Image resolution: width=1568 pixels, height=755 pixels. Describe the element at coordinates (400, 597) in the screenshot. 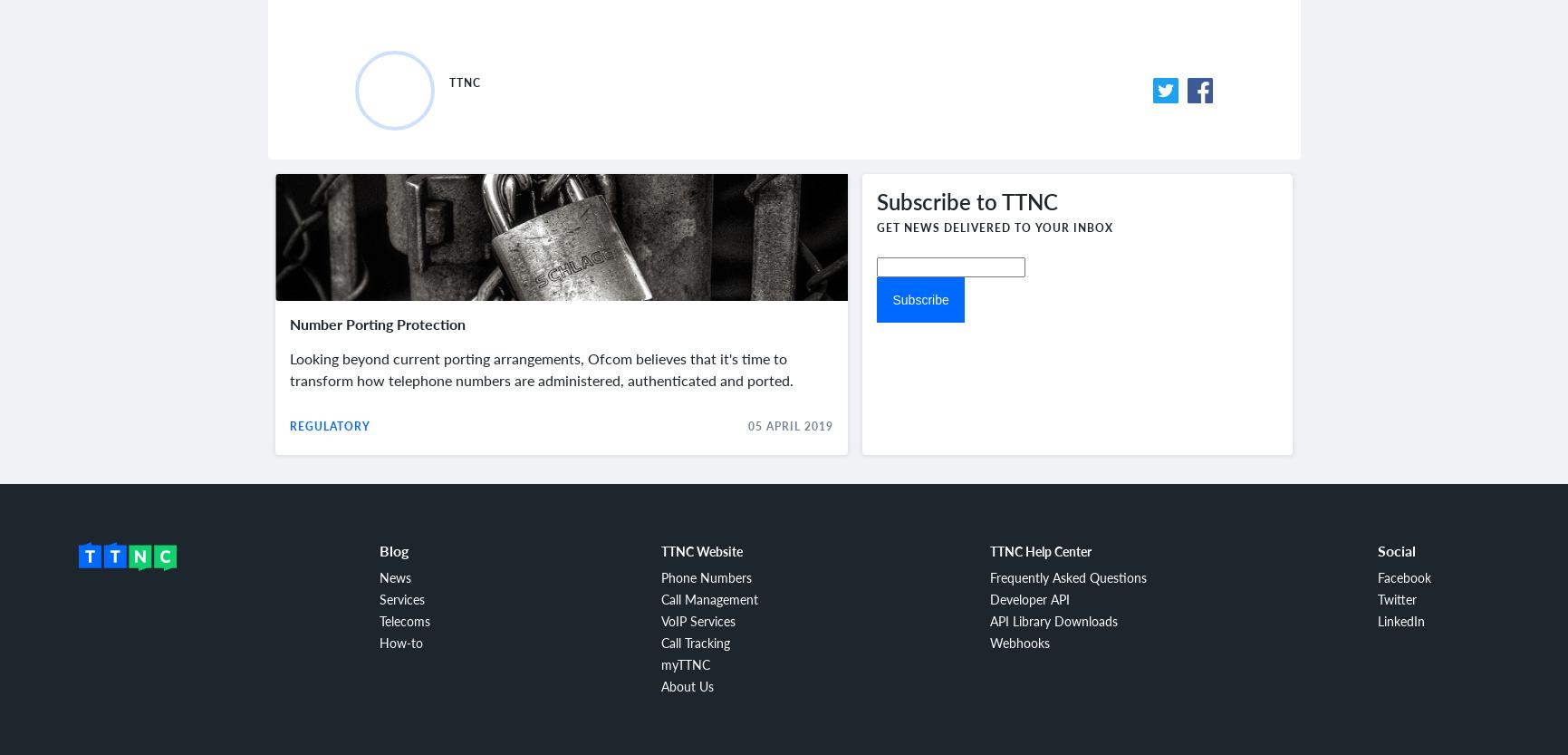

I see `'Services'` at that location.